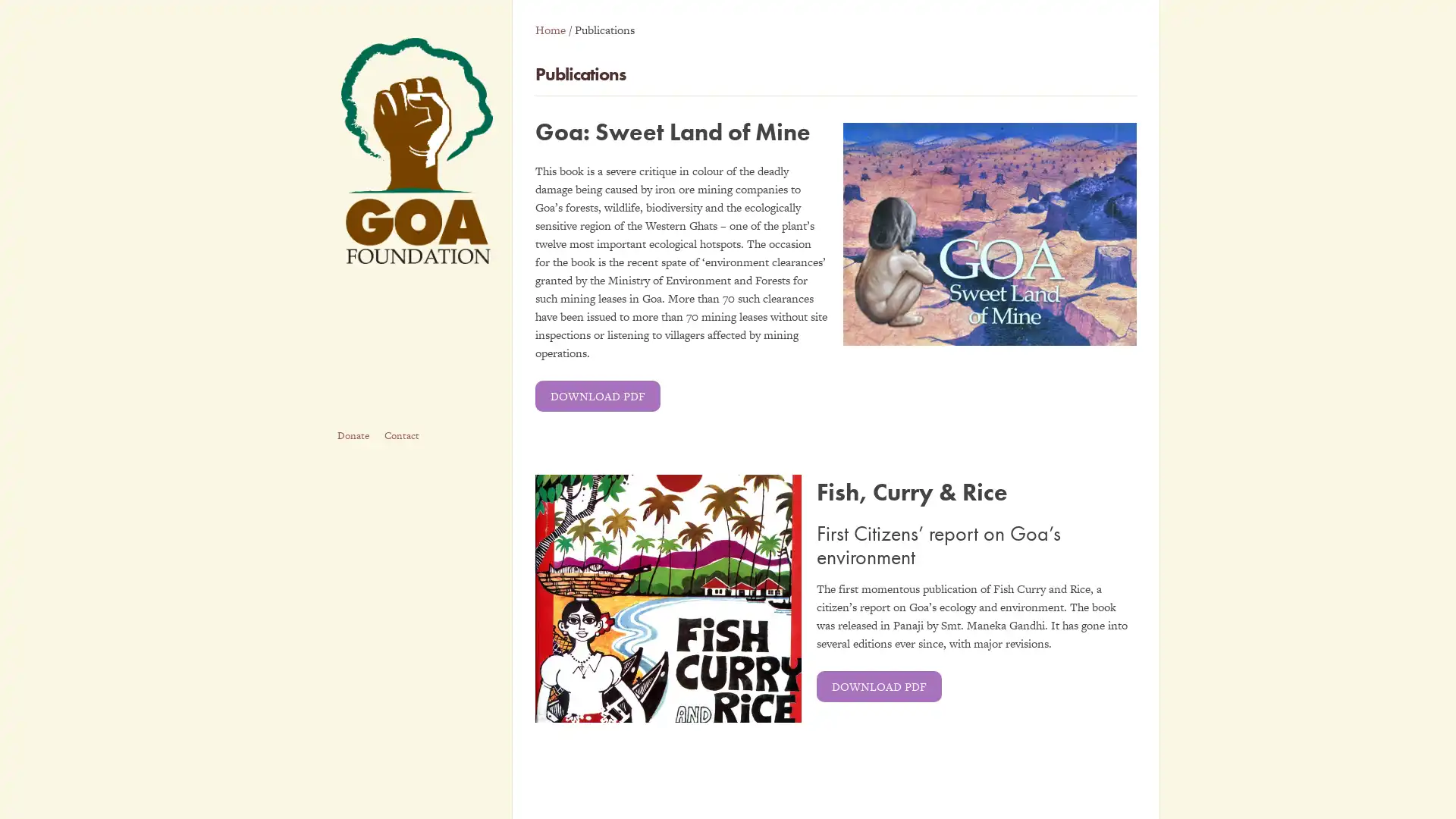 The width and height of the screenshot is (1456, 819). Describe the element at coordinates (597, 394) in the screenshot. I see `DOWNLOAD PDF` at that location.